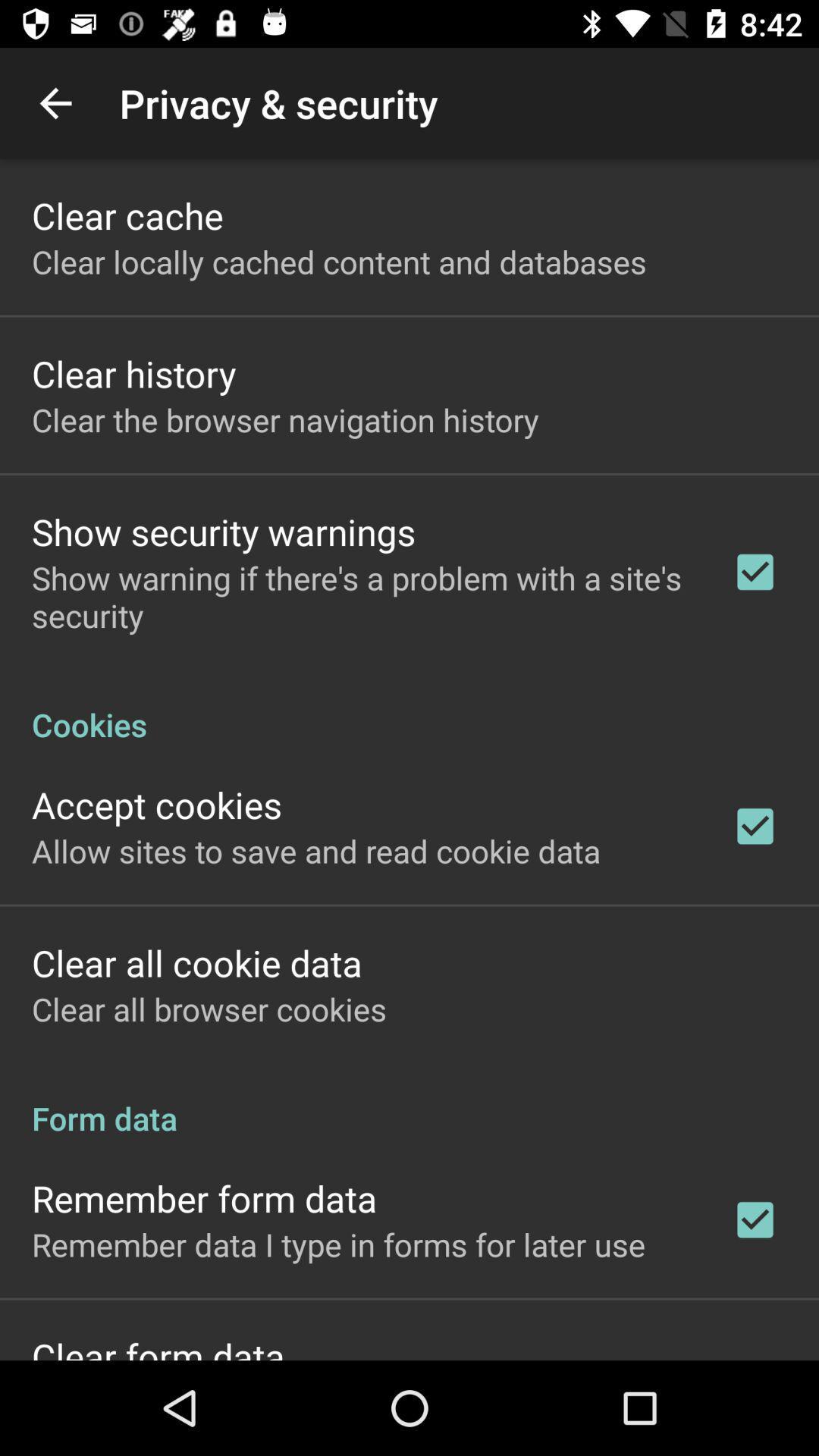 This screenshot has height=1456, width=819. What do you see at coordinates (127, 215) in the screenshot?
I see `the clear cache` at bounding box center [127, 215].